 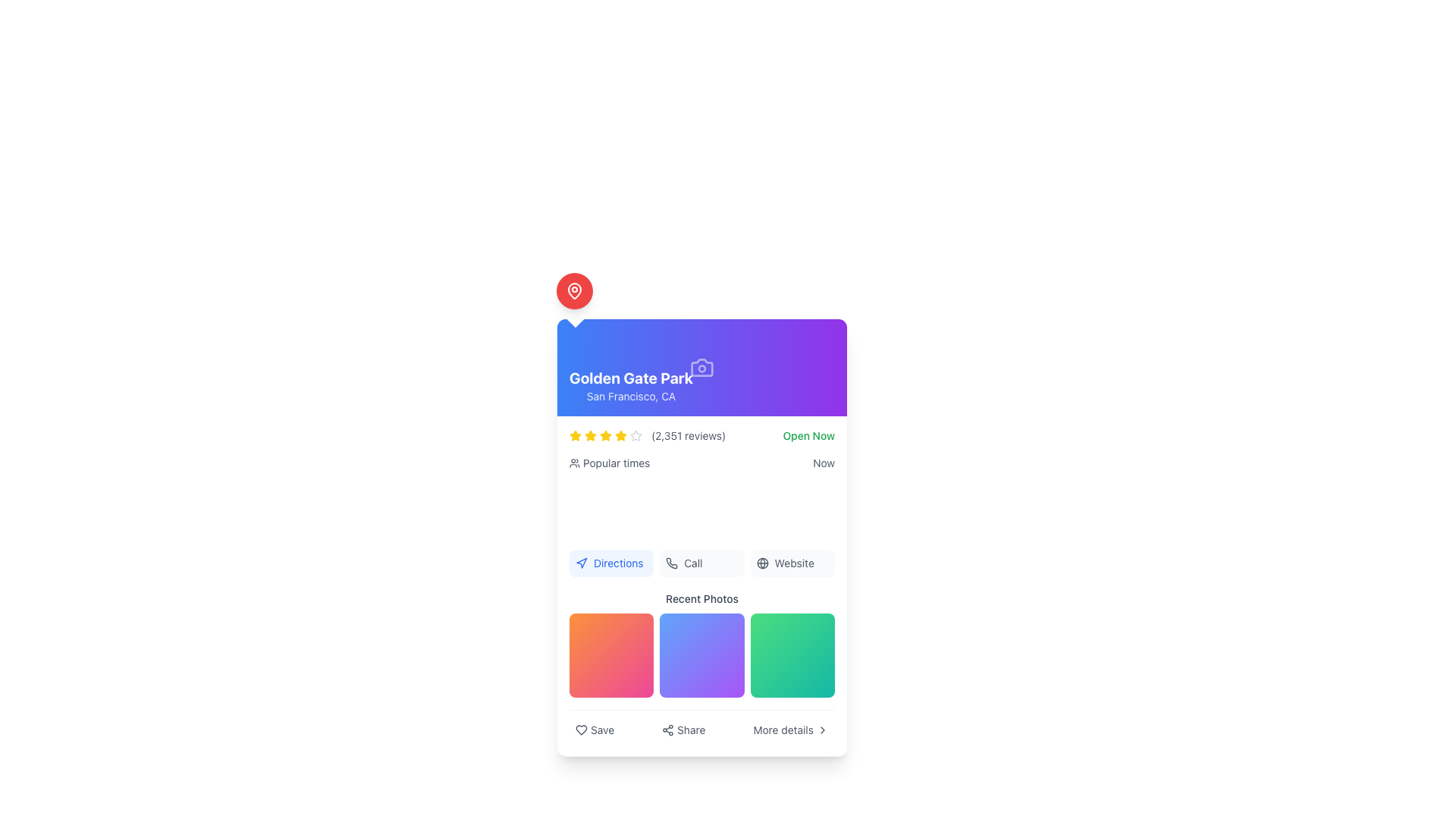 I want to click on the phone receiver icon within the 'Call' button, which is the leftmost icon in a row of buttons below the location card details, so click(x=671, y=563).